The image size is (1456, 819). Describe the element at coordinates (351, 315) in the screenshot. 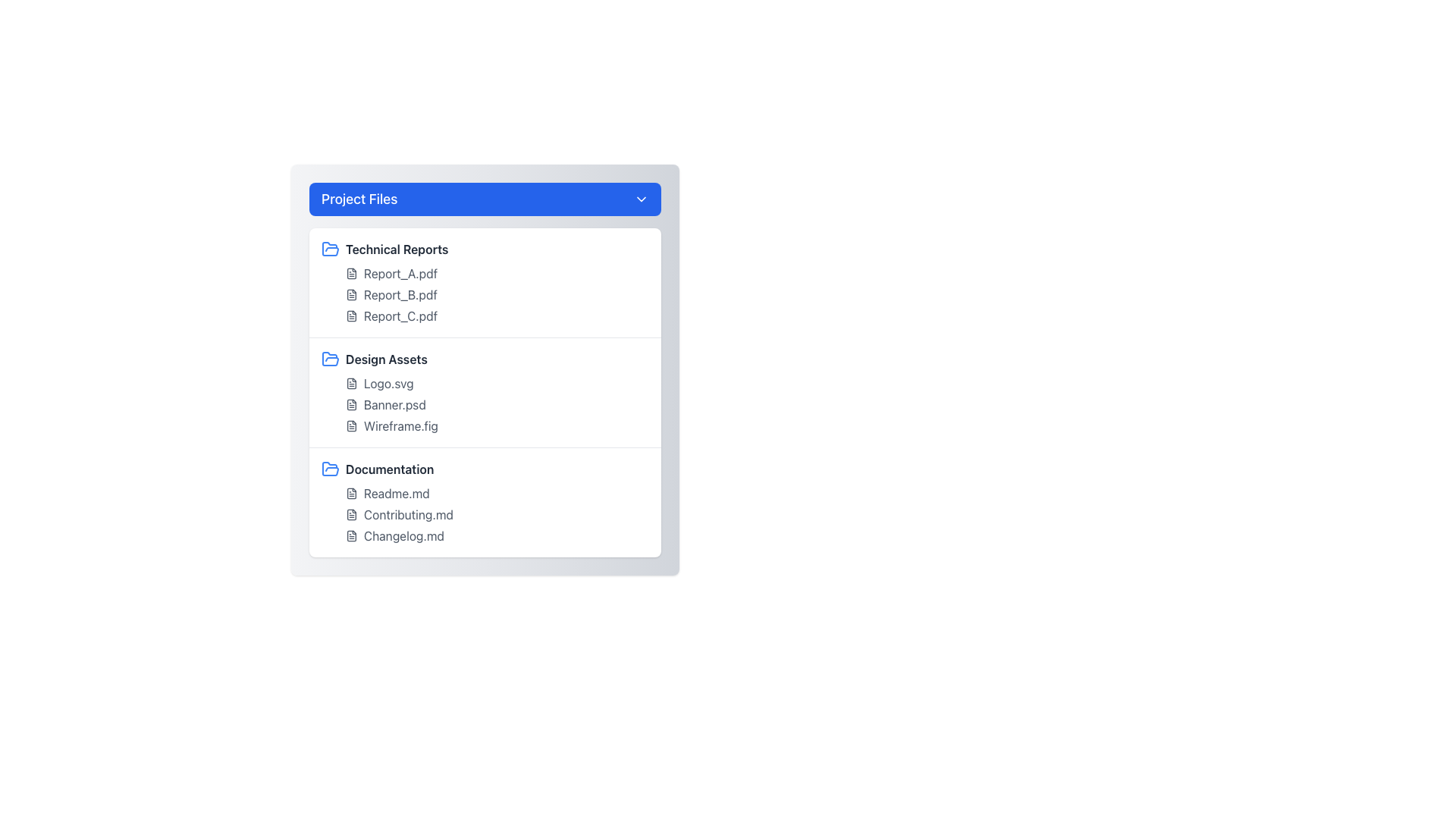

I see `the document icon representing 'Report_C.pdf' located` at that location.